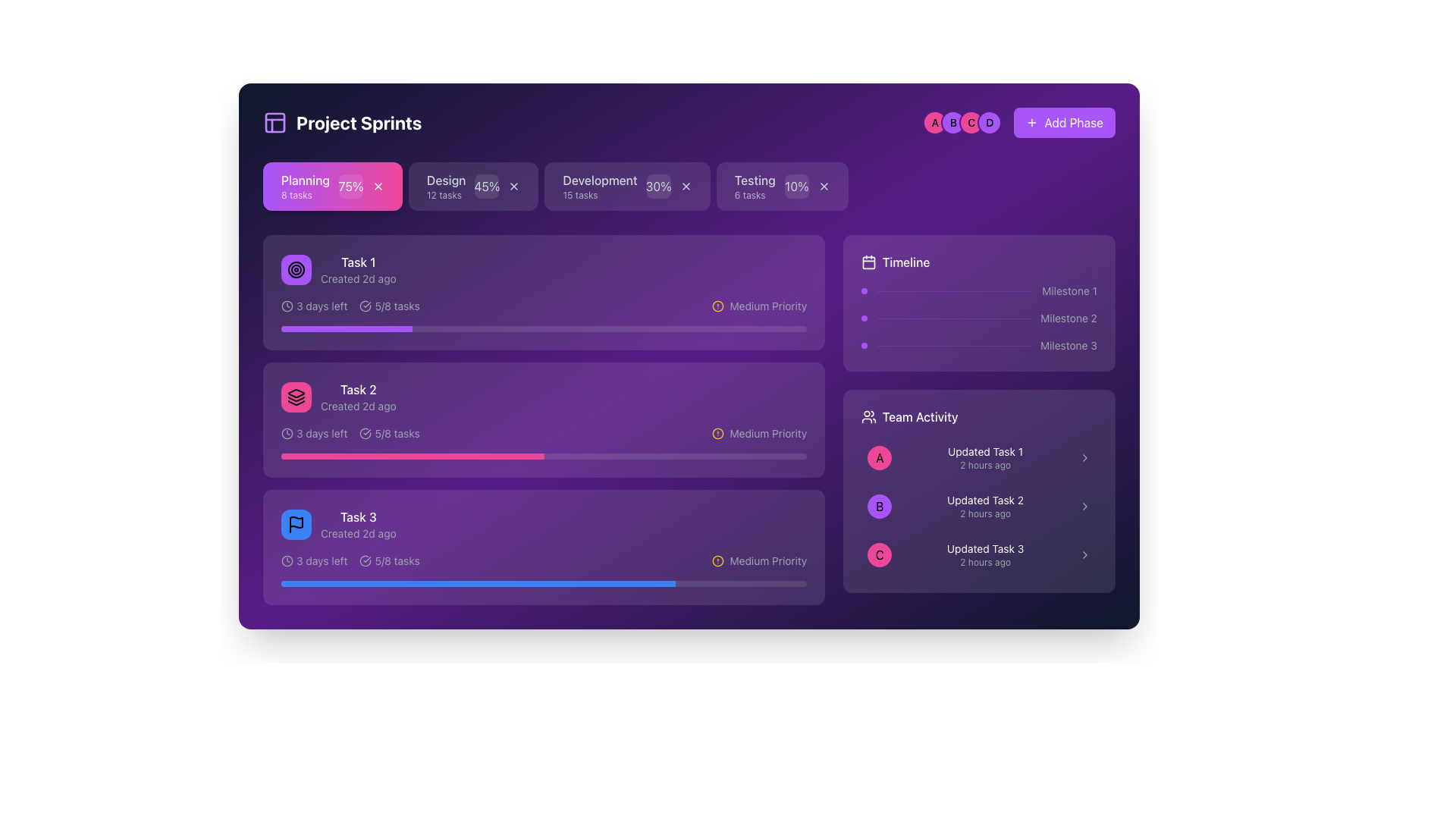 The width and height of the screenshot is (1456, 819). Describe the element at coordinates (357, 406) in the screenshot. I see `the text label 'Created 2d ago' styled in light gray on a purple background, located below 'Task 2' in the task card list` at that location.